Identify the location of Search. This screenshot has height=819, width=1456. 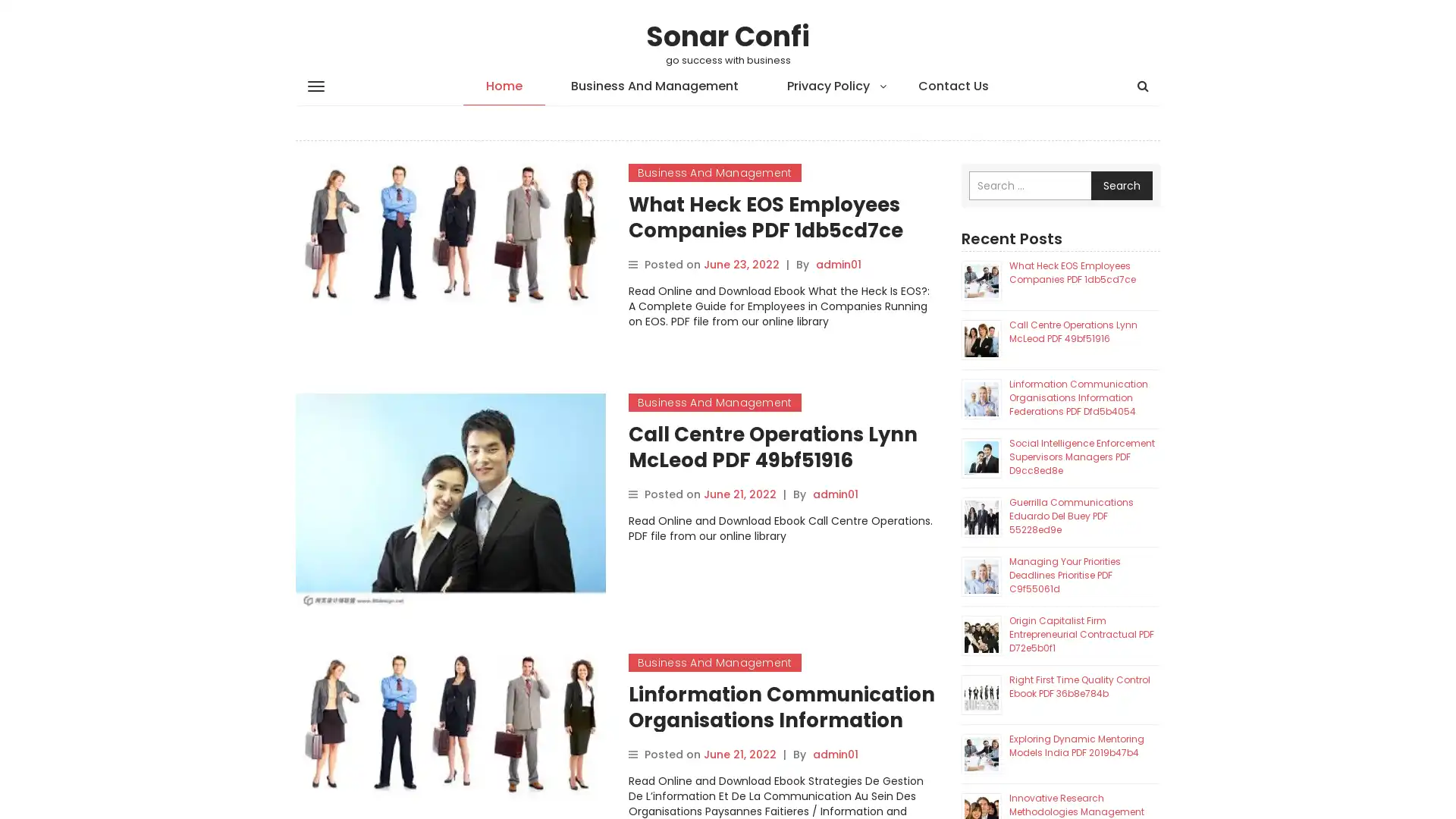
(1122, 185).